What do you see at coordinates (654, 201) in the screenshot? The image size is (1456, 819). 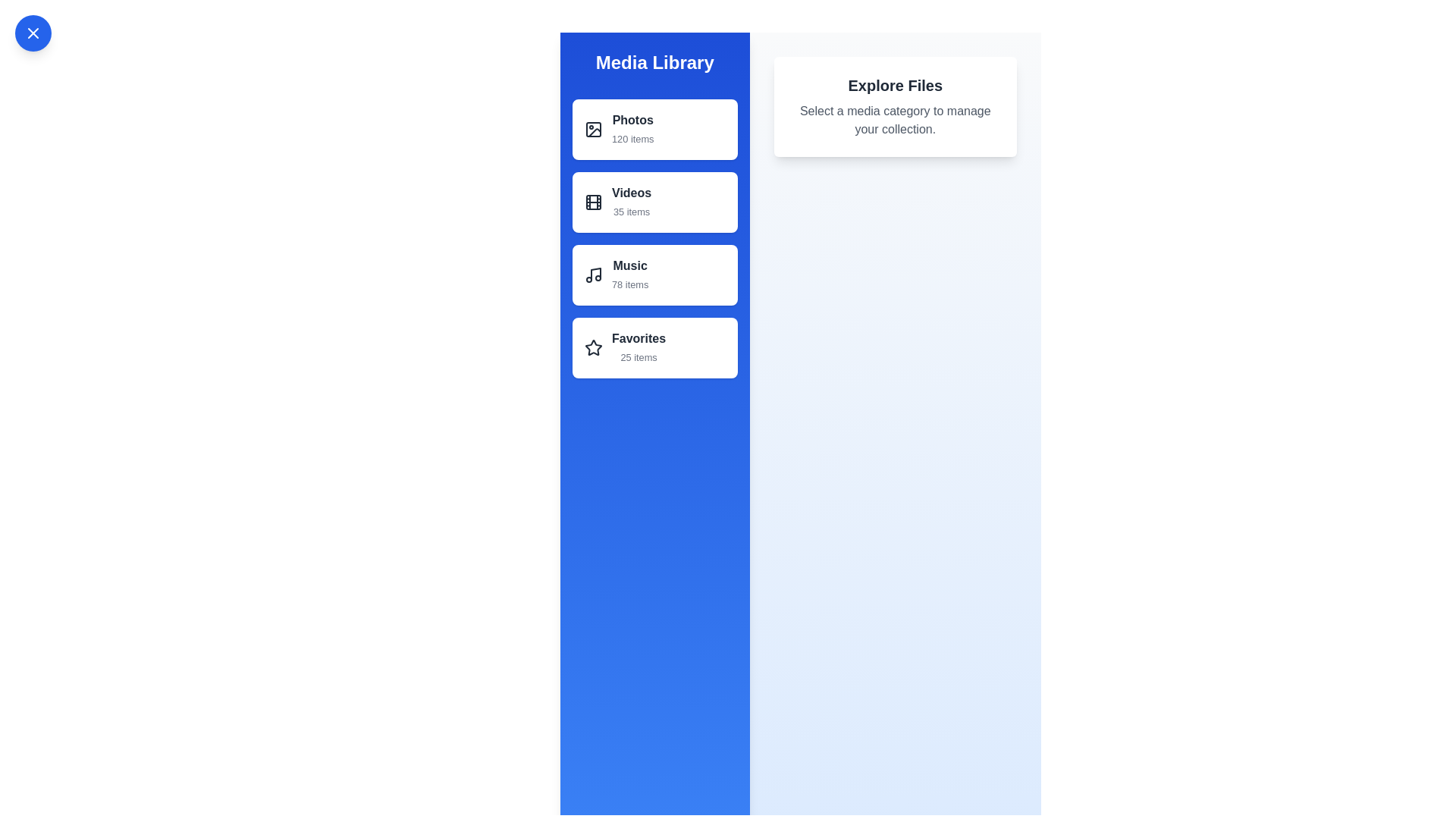 I see `the list item Videos to observe its hover state` at bounding box center [654, 201].